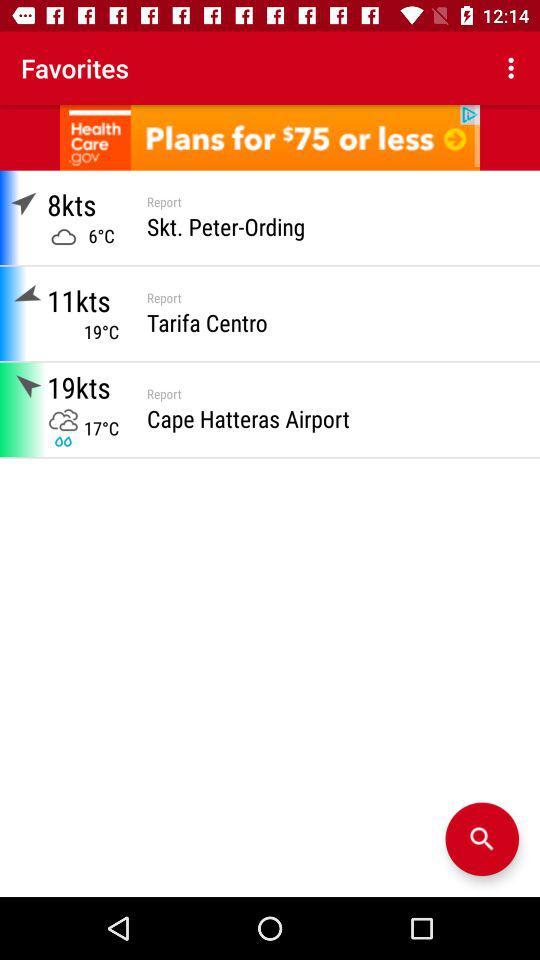 The height and width of the screenshot is (960, 540). Describe the element at coordinates (481, 839) in the screenshot. I see `the search icon` at that location.